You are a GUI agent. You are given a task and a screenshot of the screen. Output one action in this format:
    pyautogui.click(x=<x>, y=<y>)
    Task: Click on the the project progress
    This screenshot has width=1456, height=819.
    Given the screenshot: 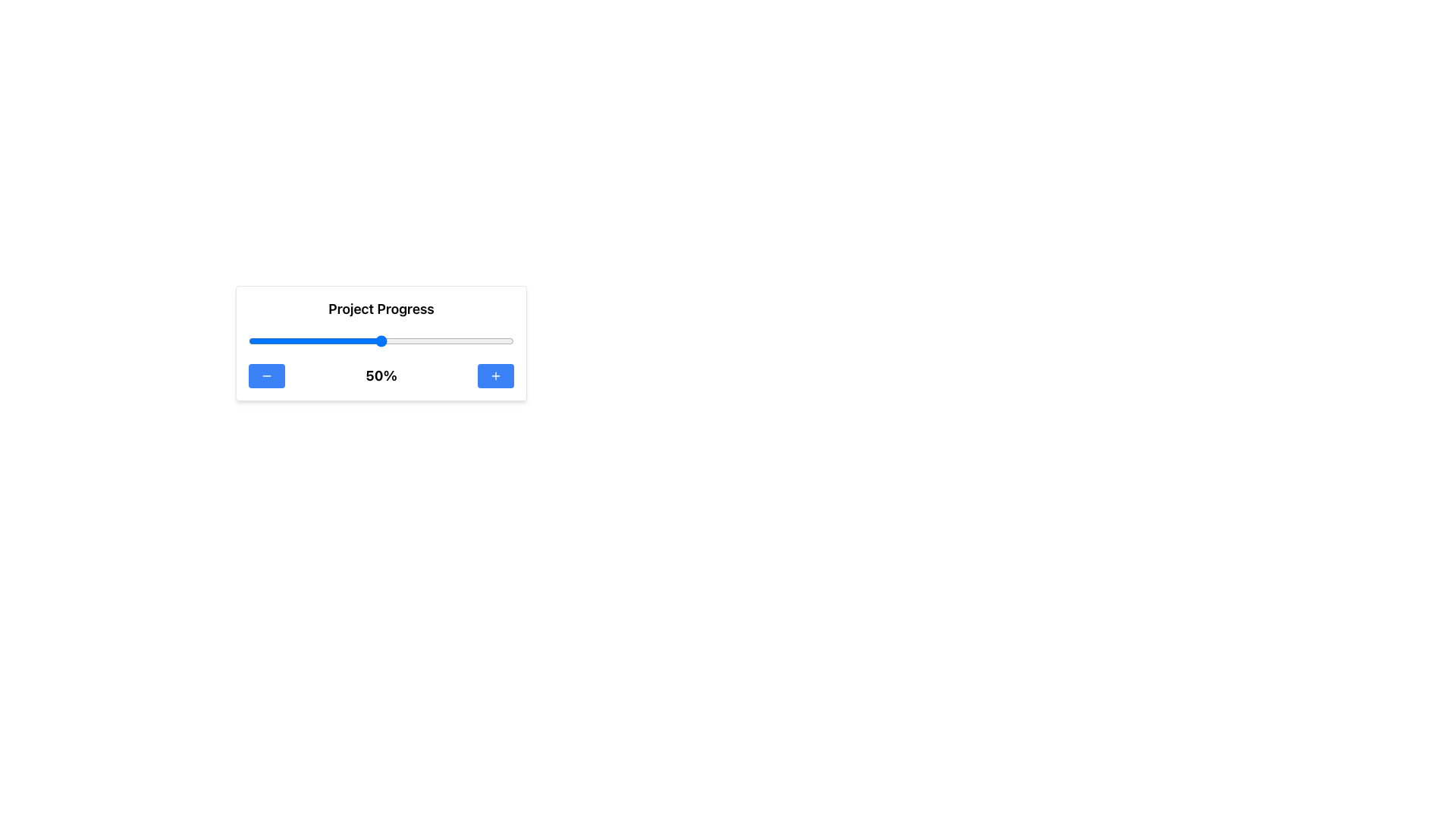 What is the action you would take?
    pyautogui.click(x=346, y=341)
    